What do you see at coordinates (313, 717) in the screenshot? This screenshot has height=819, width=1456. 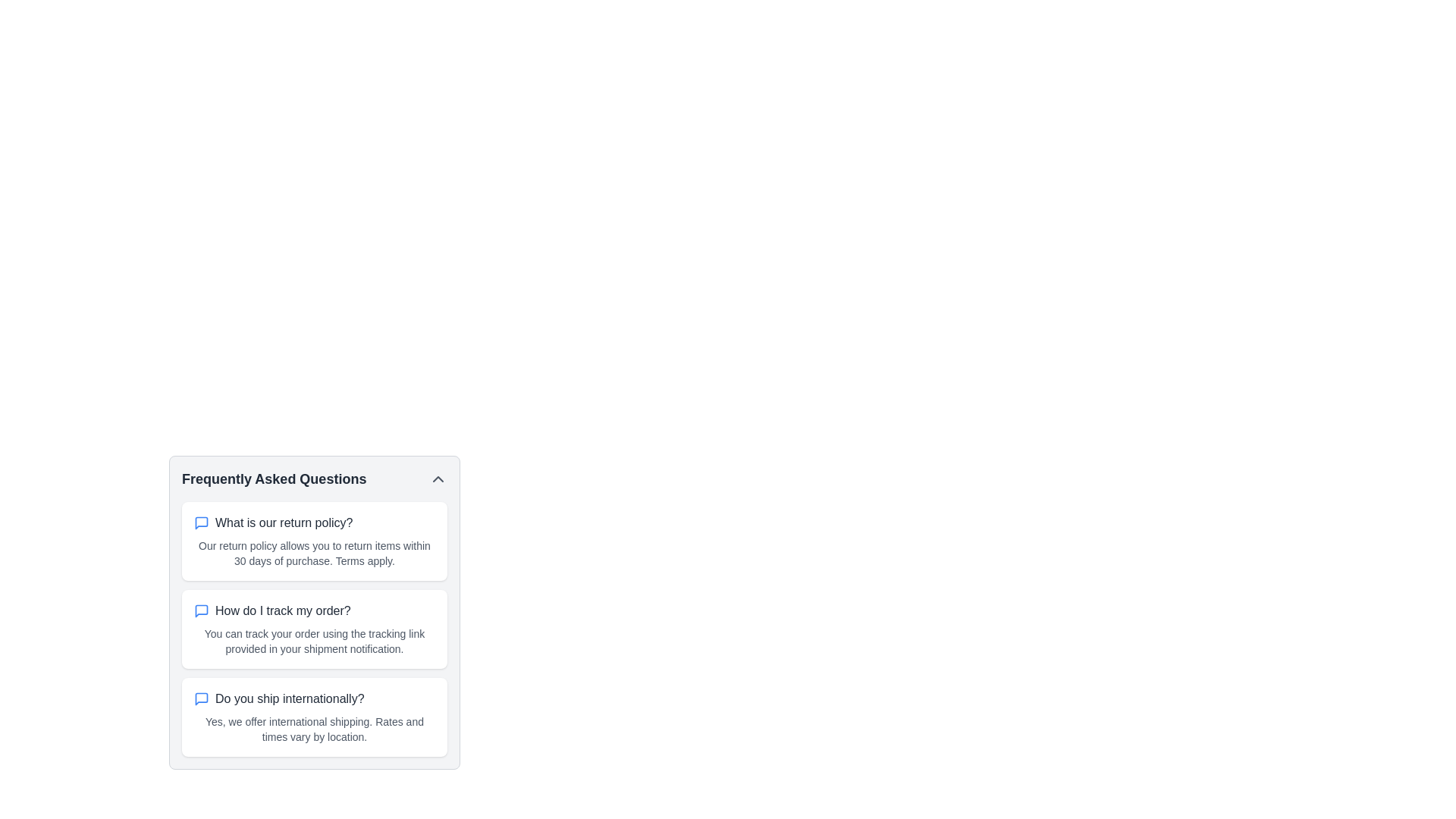 I see `the informational card located at the bottom of the FAQ section, under 'How do I track my order?', which is the third card in the list` at bounding box center [313, 717].